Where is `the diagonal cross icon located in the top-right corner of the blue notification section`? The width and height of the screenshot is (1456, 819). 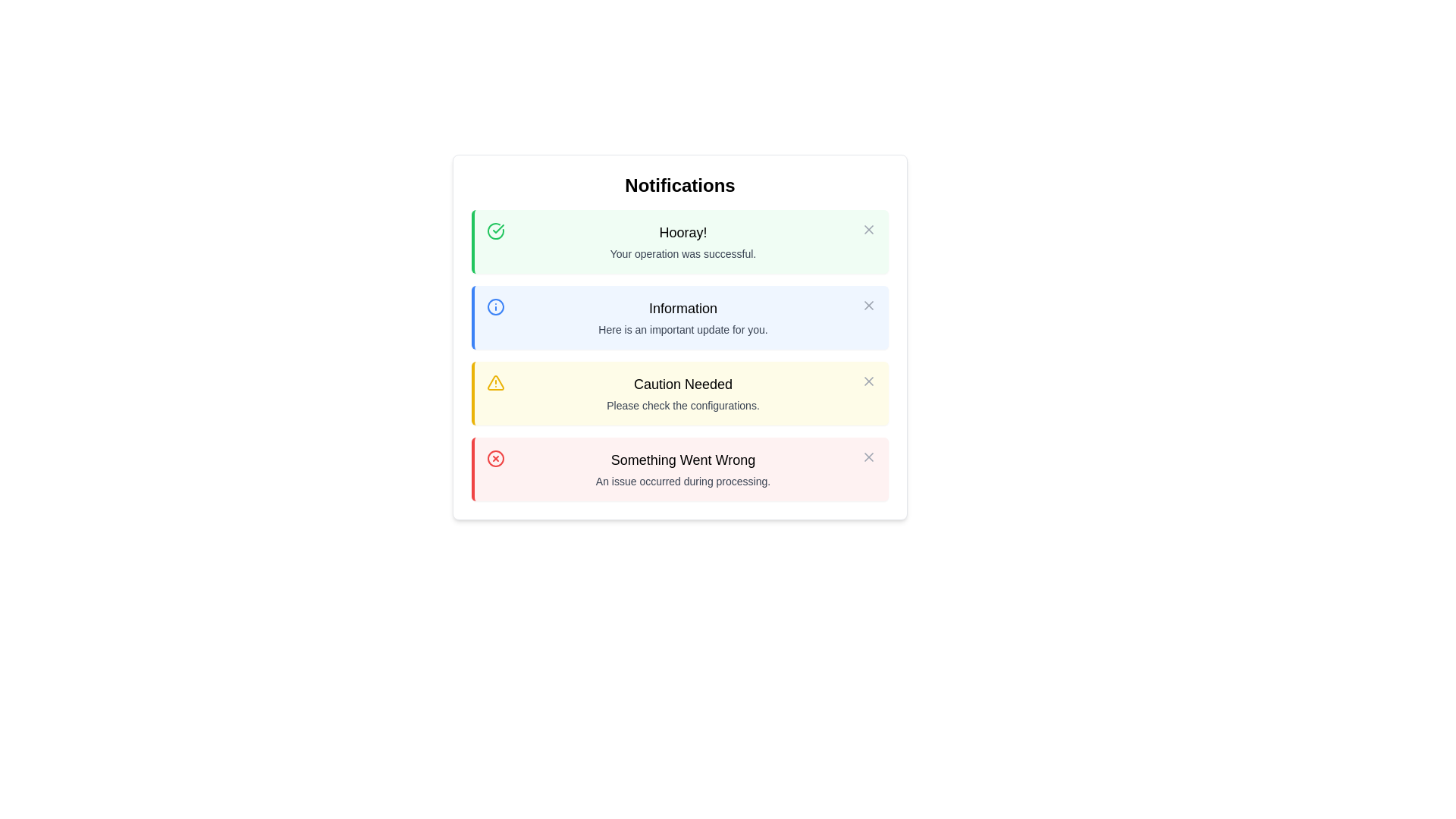
the diagonal cross icon located in the top-right corner of the blue notification section is located at coordinates (869, 305).